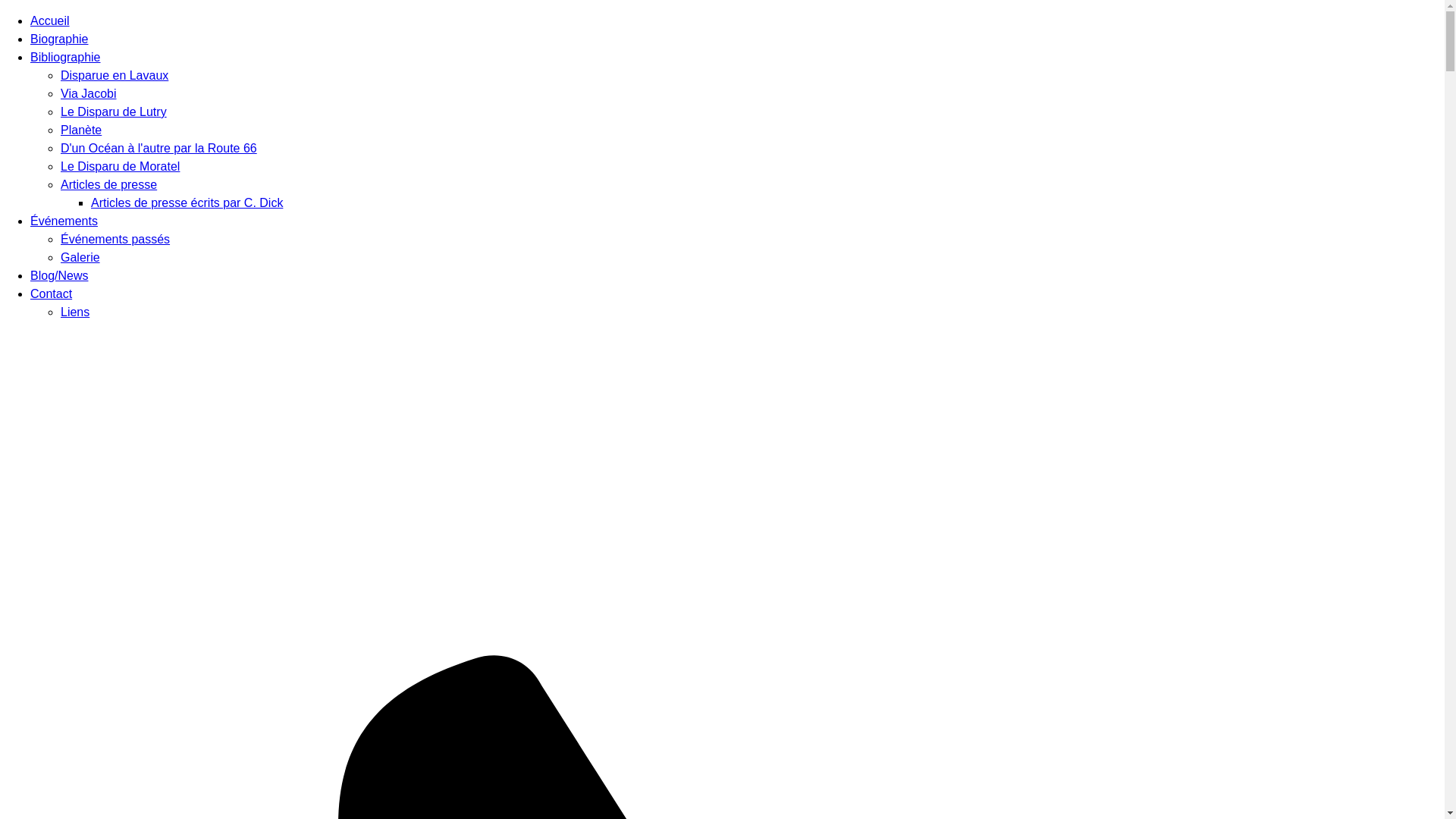  I want to click on 'Via Jacobi', so click(87, 93).